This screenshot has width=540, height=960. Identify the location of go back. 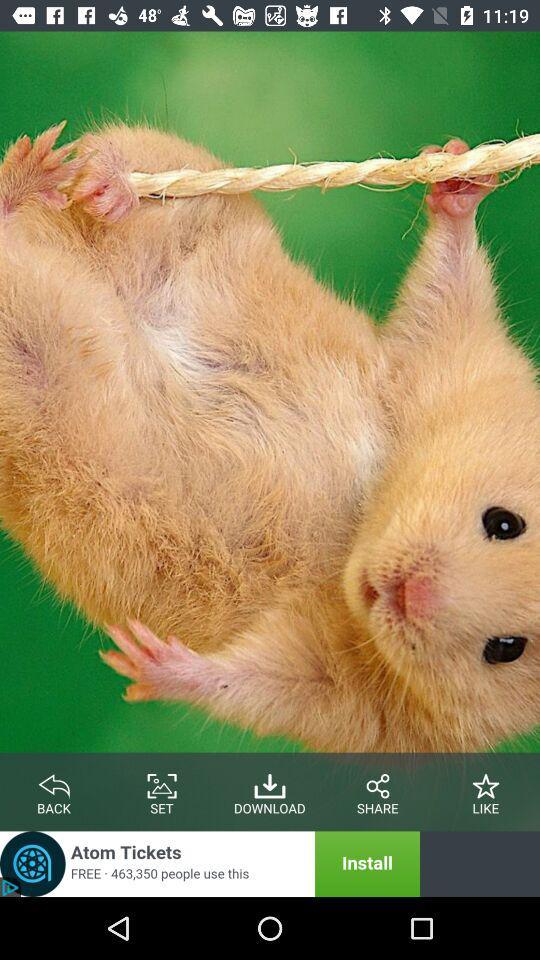
(54, 782).